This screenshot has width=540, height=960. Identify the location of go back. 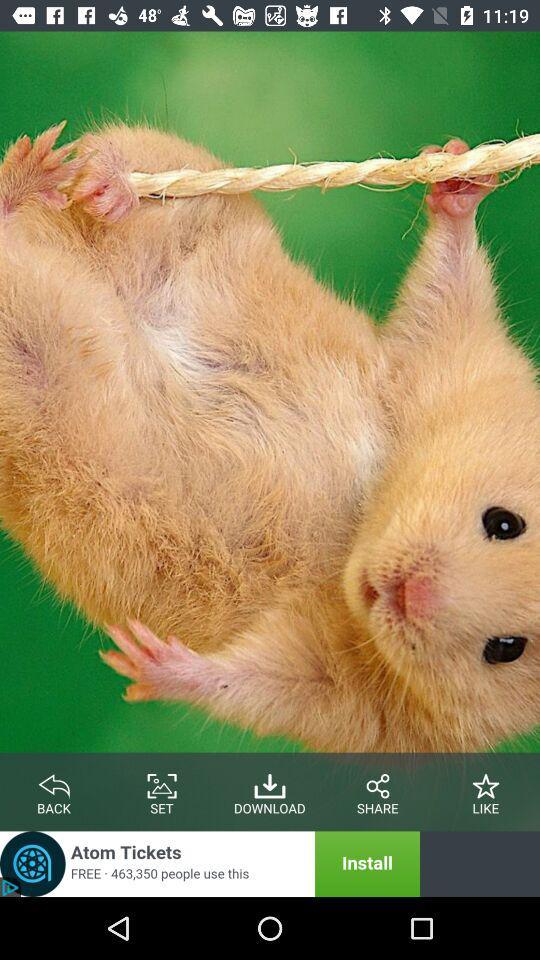
(54, 782).